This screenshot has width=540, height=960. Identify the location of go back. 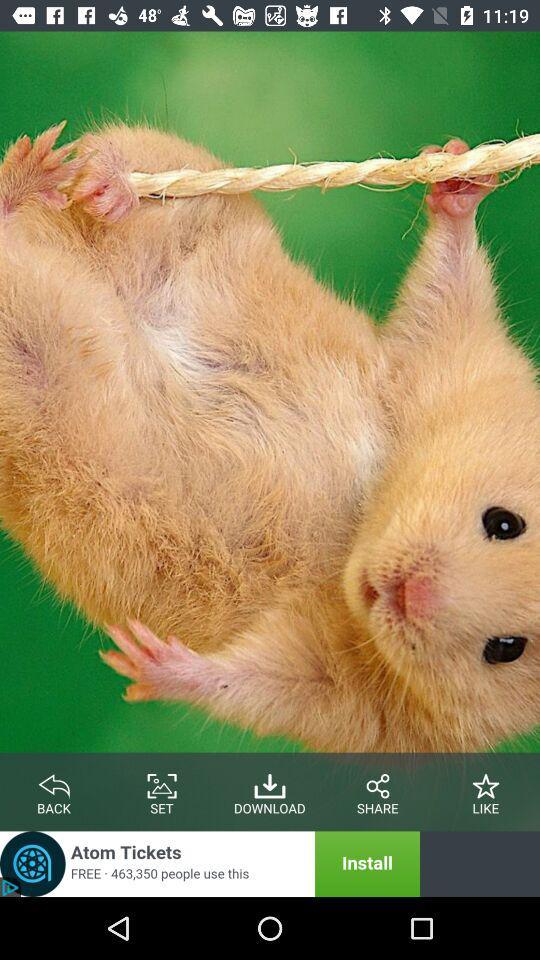
(54, 782).